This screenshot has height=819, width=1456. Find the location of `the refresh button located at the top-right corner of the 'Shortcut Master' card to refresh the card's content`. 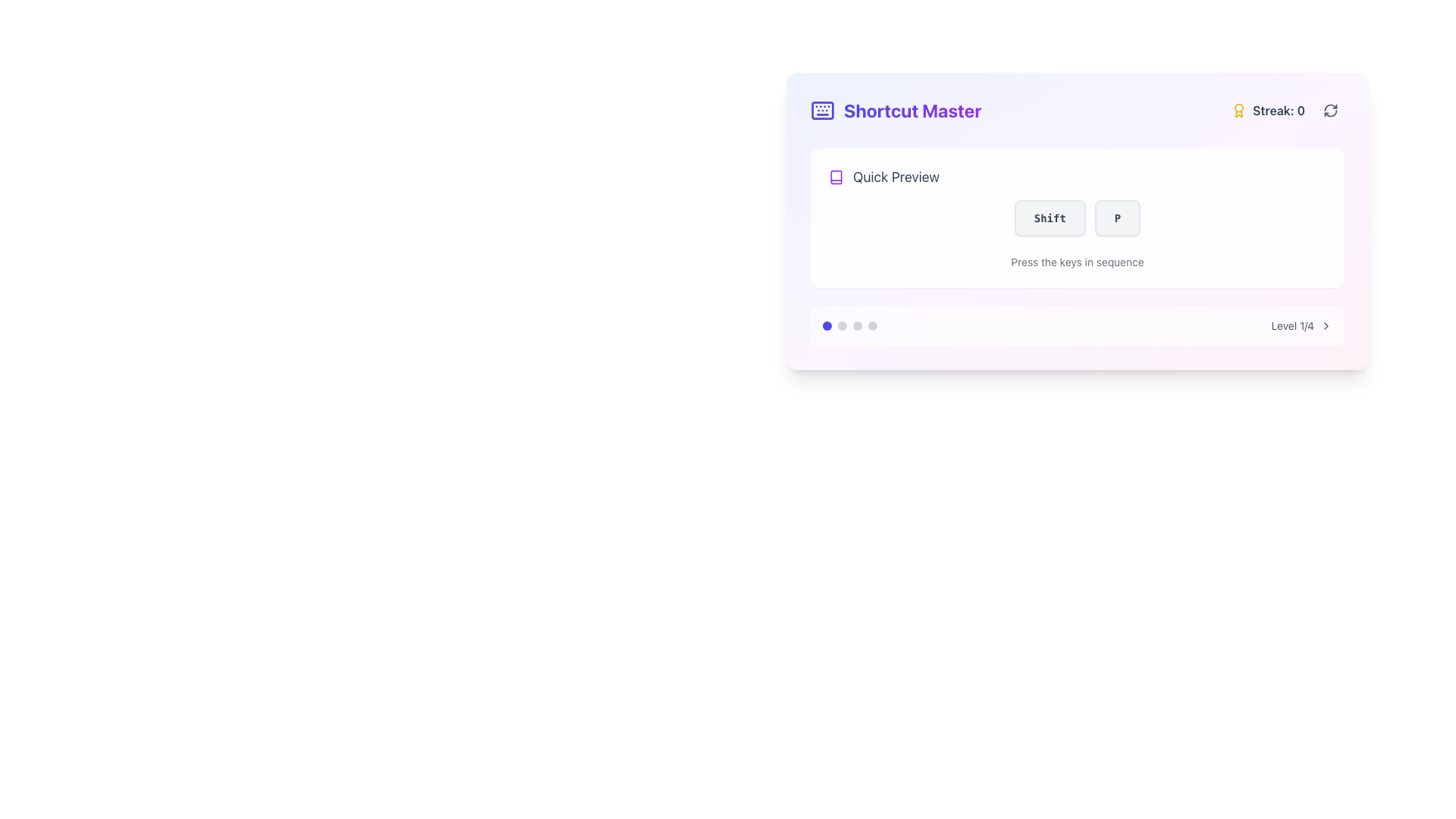

the refresh button located at the top-right corner of the 'Shortcut Master' card to refresh the card's content is located at coordinates (1330, 110).